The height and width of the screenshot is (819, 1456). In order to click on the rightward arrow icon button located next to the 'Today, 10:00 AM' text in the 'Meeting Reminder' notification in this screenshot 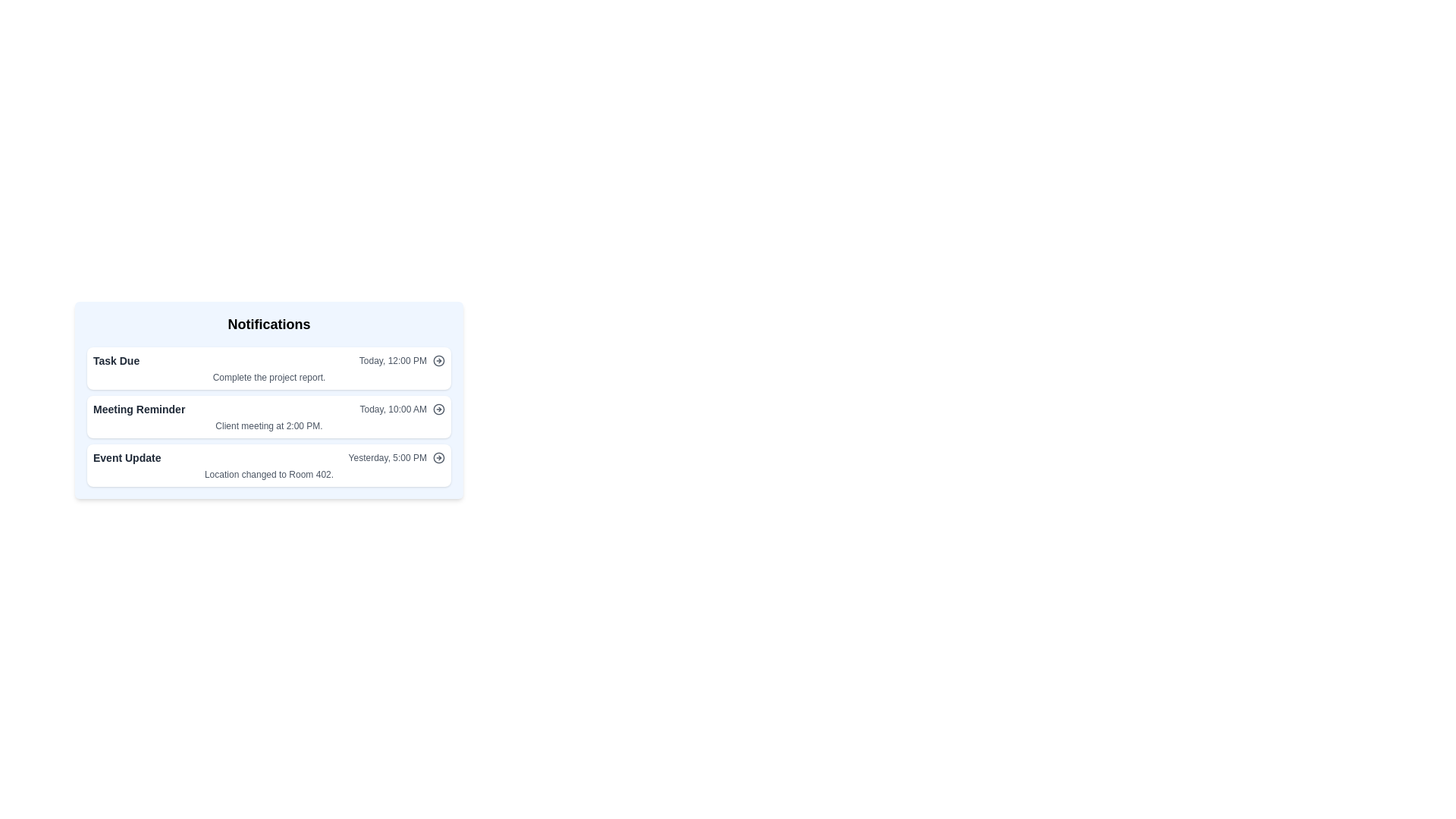, I will do `click(438, 409)`.